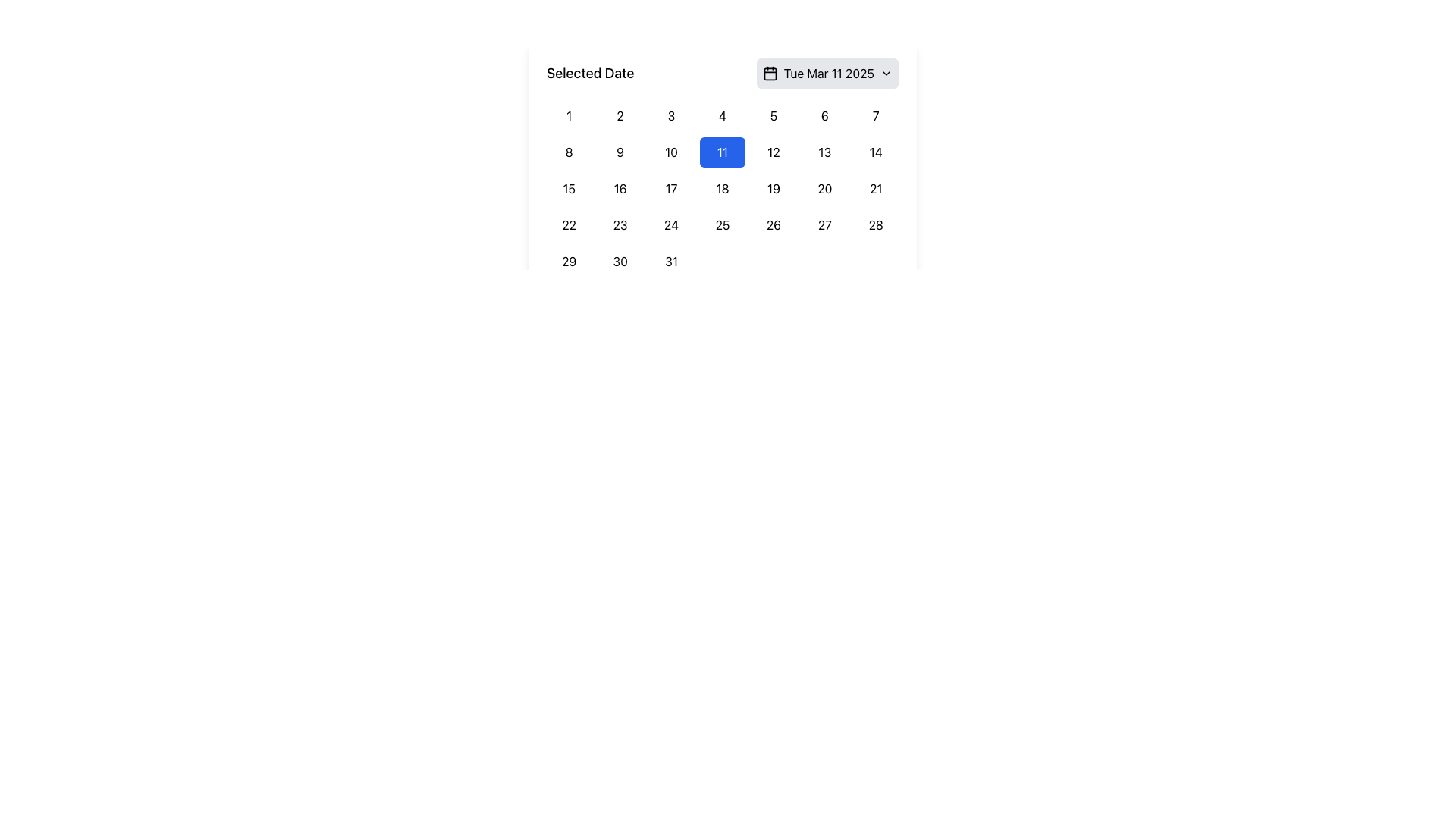  Describe the element at coordinates (722, 188) in the screenshot. I see `the calendar cell displaying the number '18' located in the third row and sixth column of the calendar grid` at that location.